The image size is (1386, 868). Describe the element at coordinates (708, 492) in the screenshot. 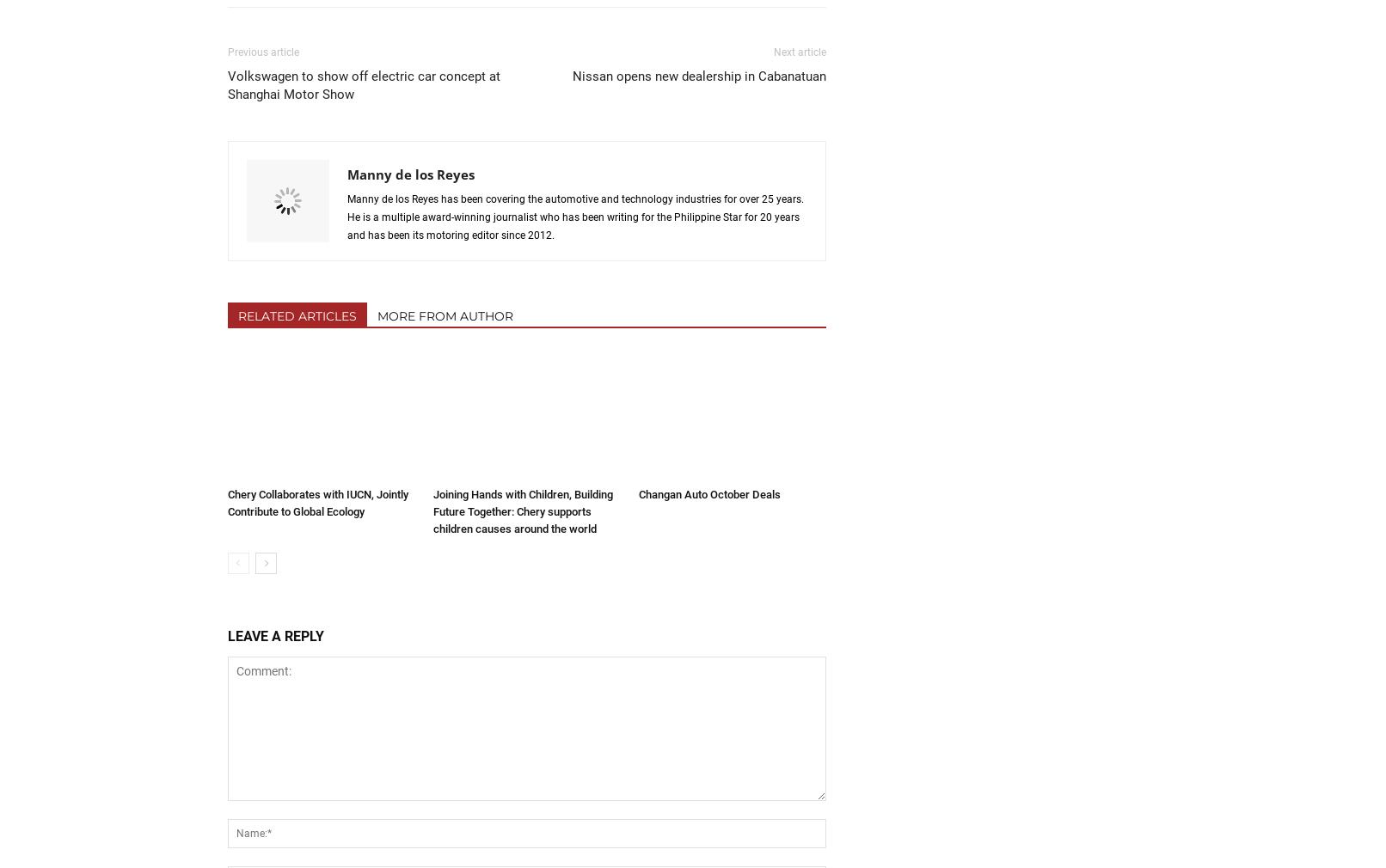

I see `'Changan Auto October Deals'` at that location.